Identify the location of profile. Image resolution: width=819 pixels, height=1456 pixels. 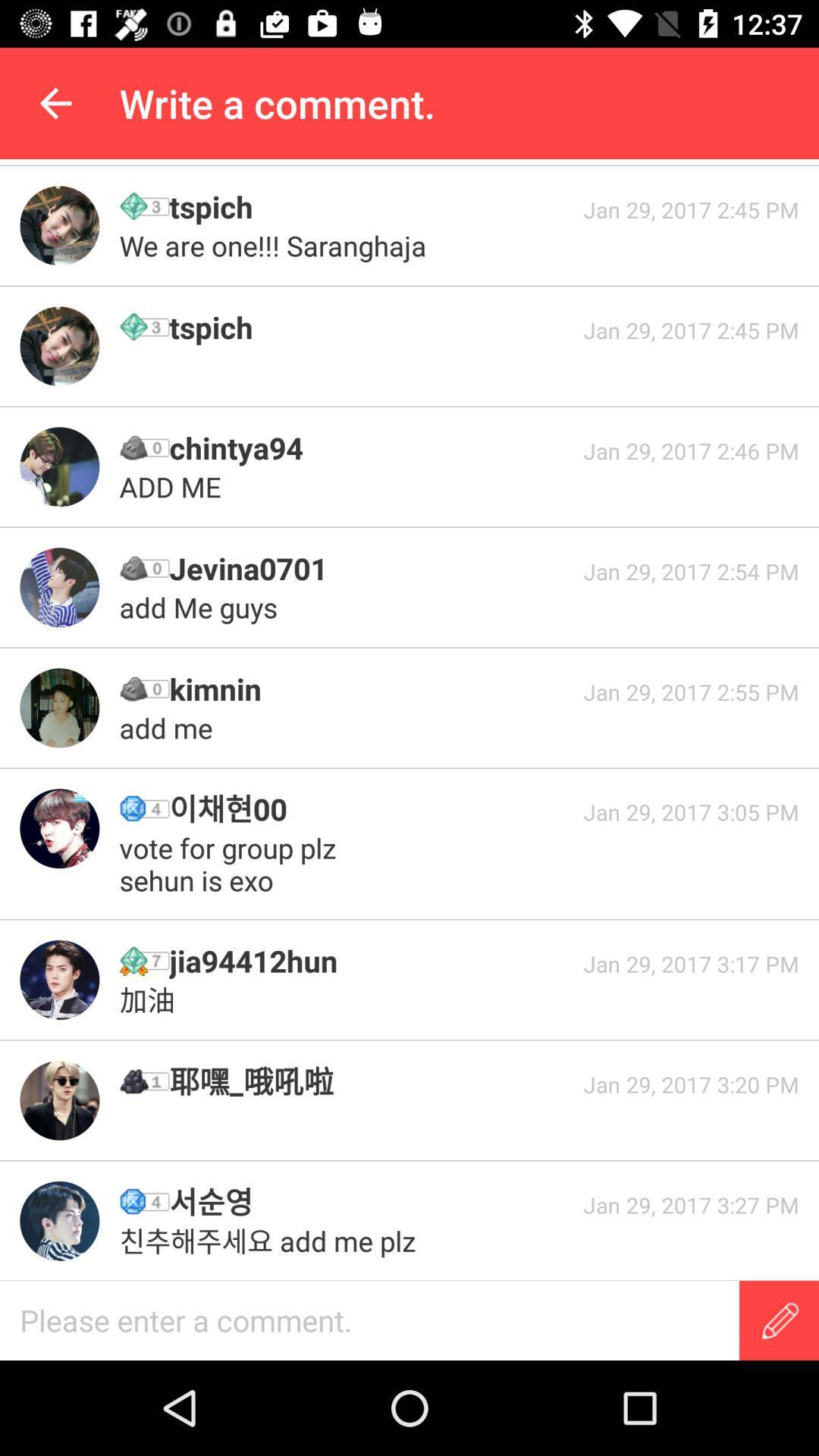
(58, 1221).